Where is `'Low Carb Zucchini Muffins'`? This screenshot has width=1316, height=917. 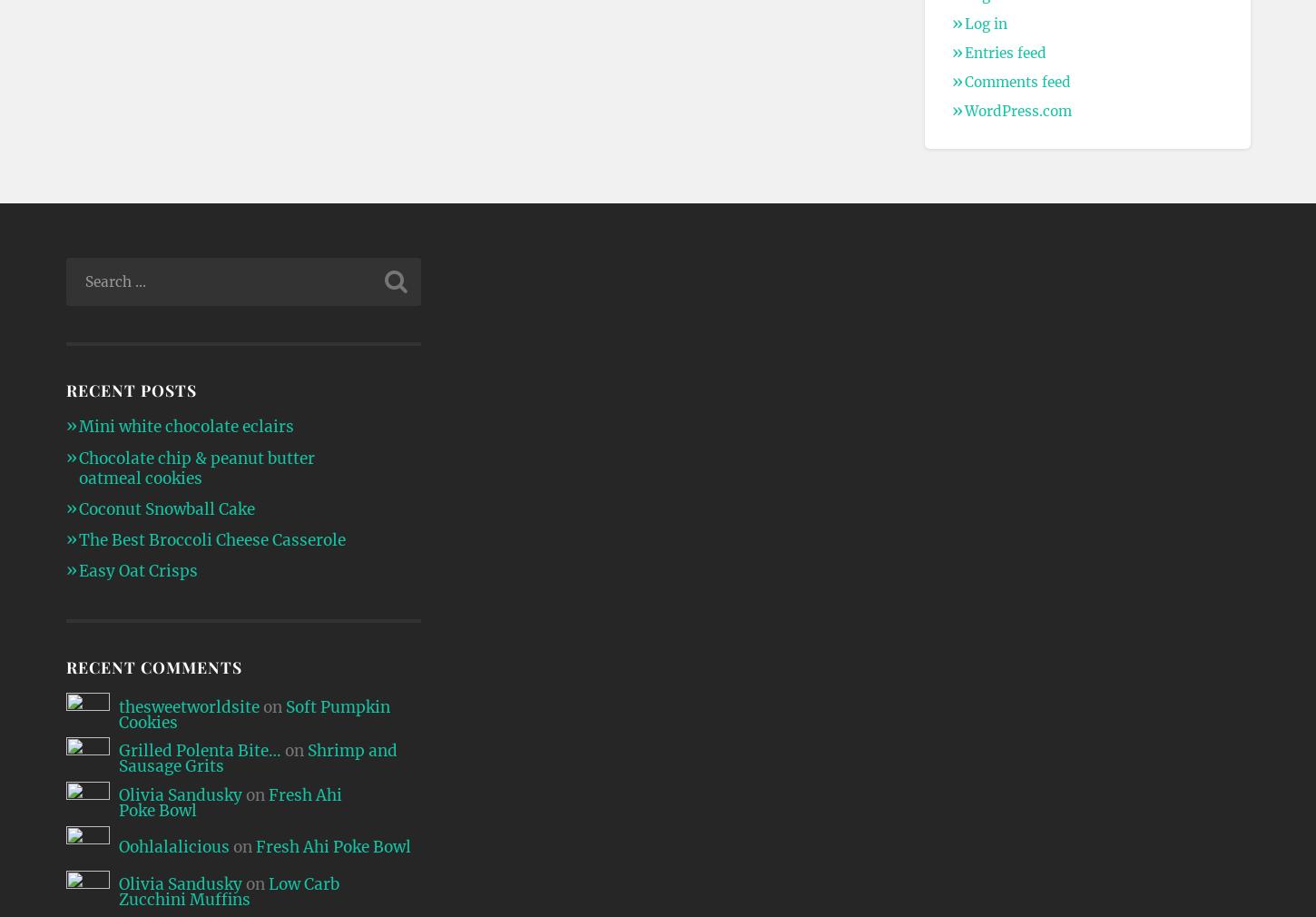 'Low Carb Zucchini Muffins' is located at coordinates (228, 891).